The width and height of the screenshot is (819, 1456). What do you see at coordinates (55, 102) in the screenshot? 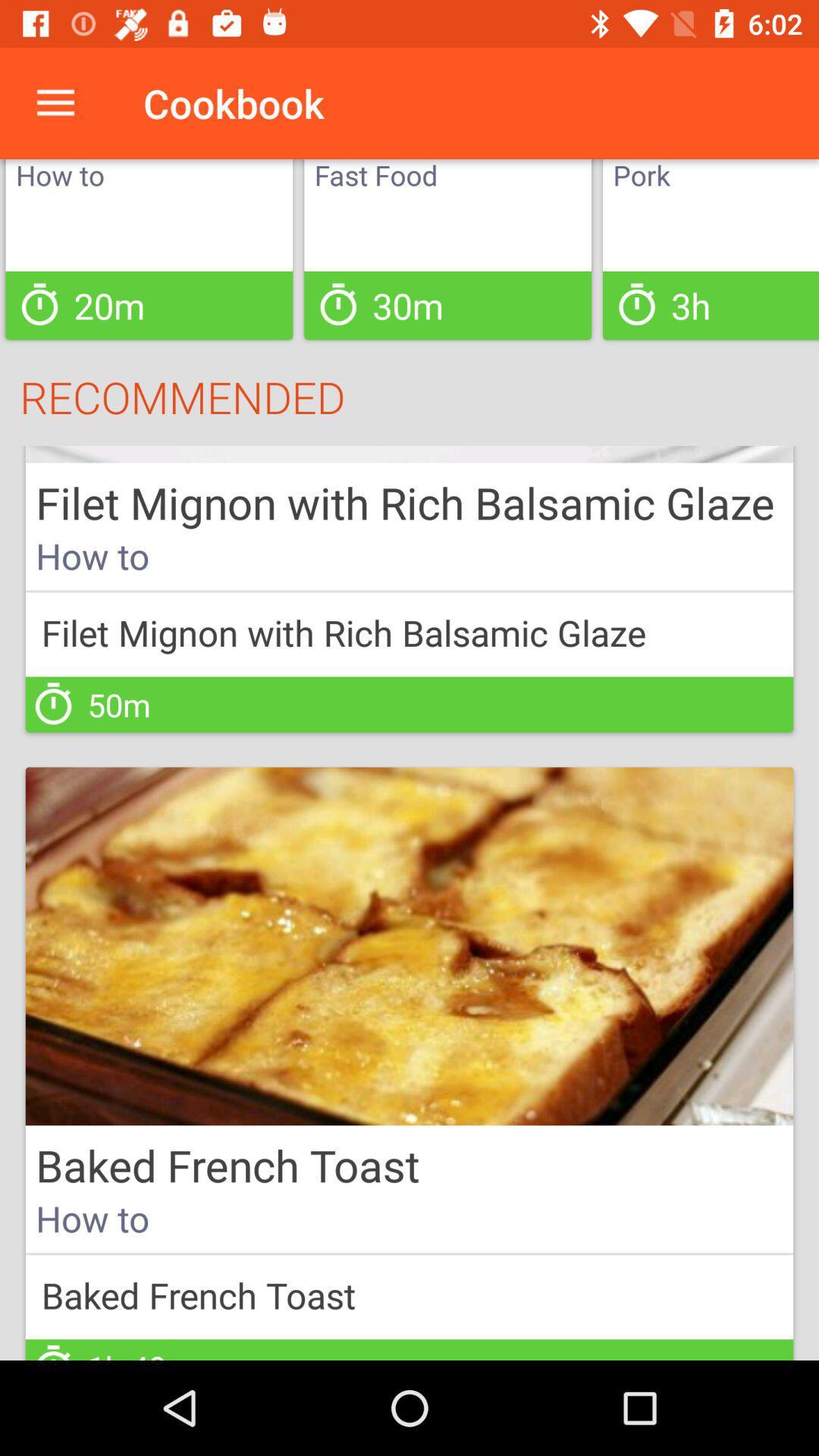
I see `icon above how to` at bounding box center [55, 102].